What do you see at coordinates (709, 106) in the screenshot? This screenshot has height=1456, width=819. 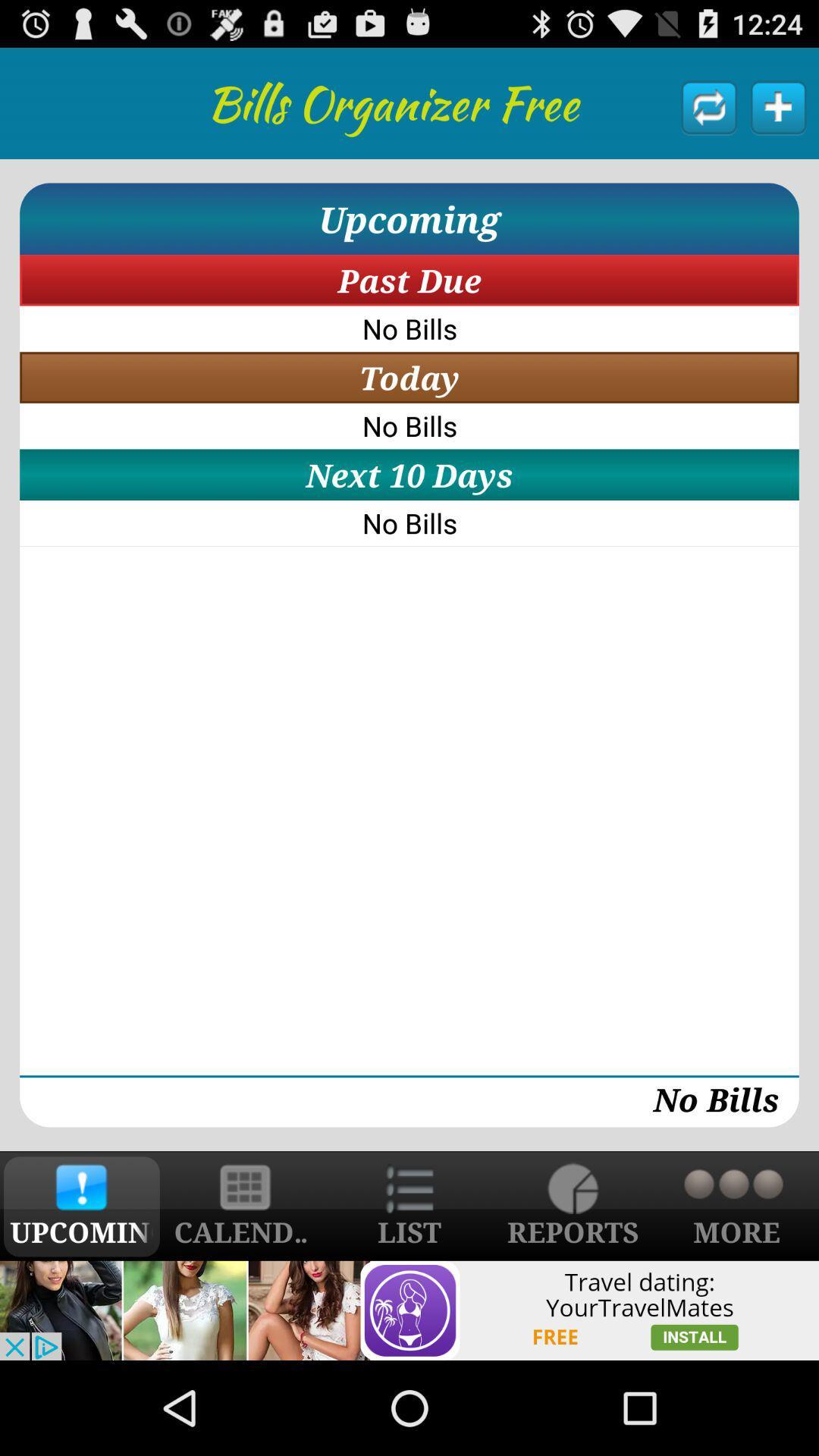 I see `refresh the list` at bounding box center [709, 106].